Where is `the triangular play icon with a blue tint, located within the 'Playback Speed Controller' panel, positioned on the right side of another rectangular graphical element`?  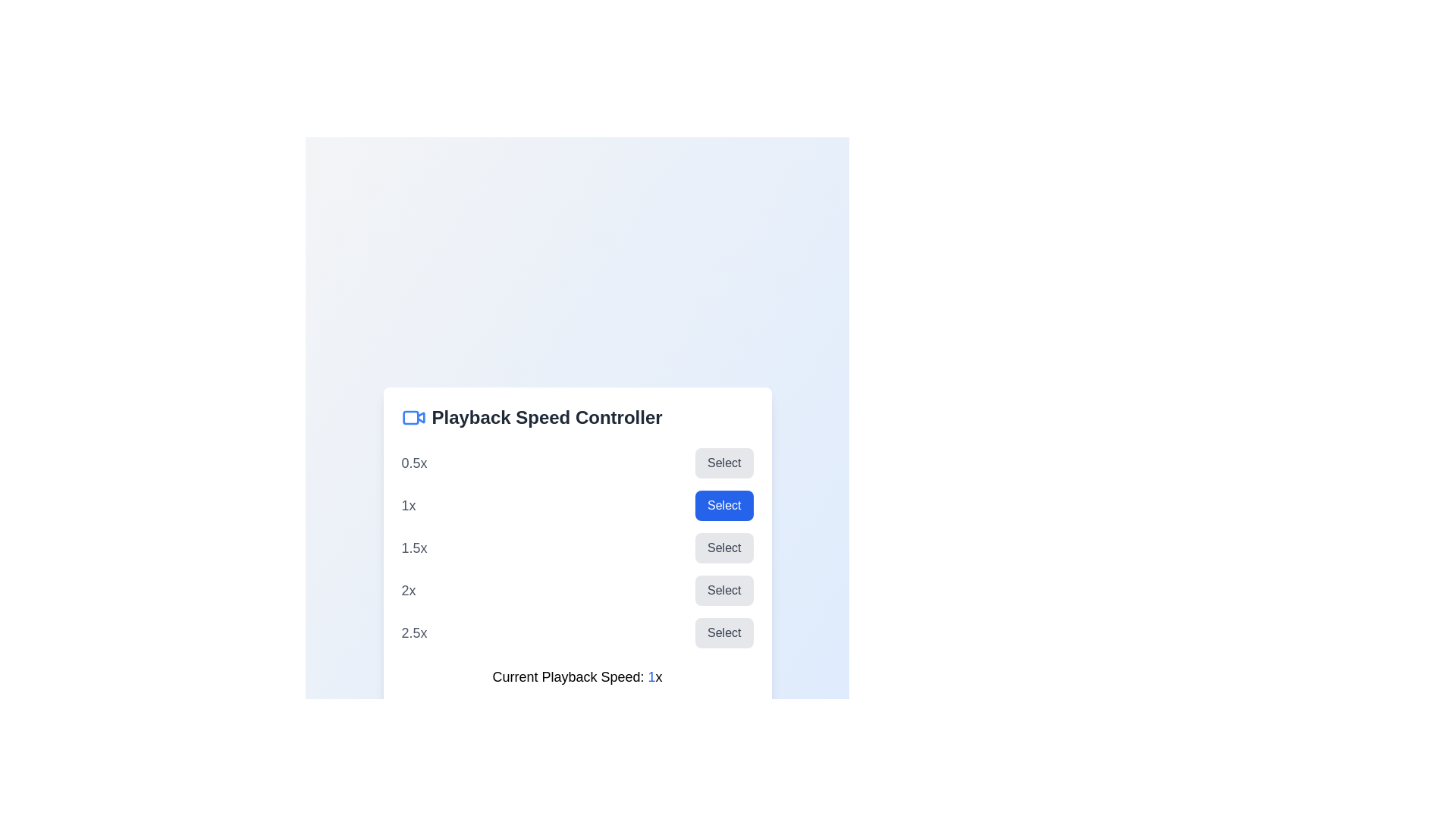
the triangular play icon with a blue tint, located within the 'Playback Speed Controller' panel, positioned on the right side of another rectangular graphical element is located at coordinates (420, 417).